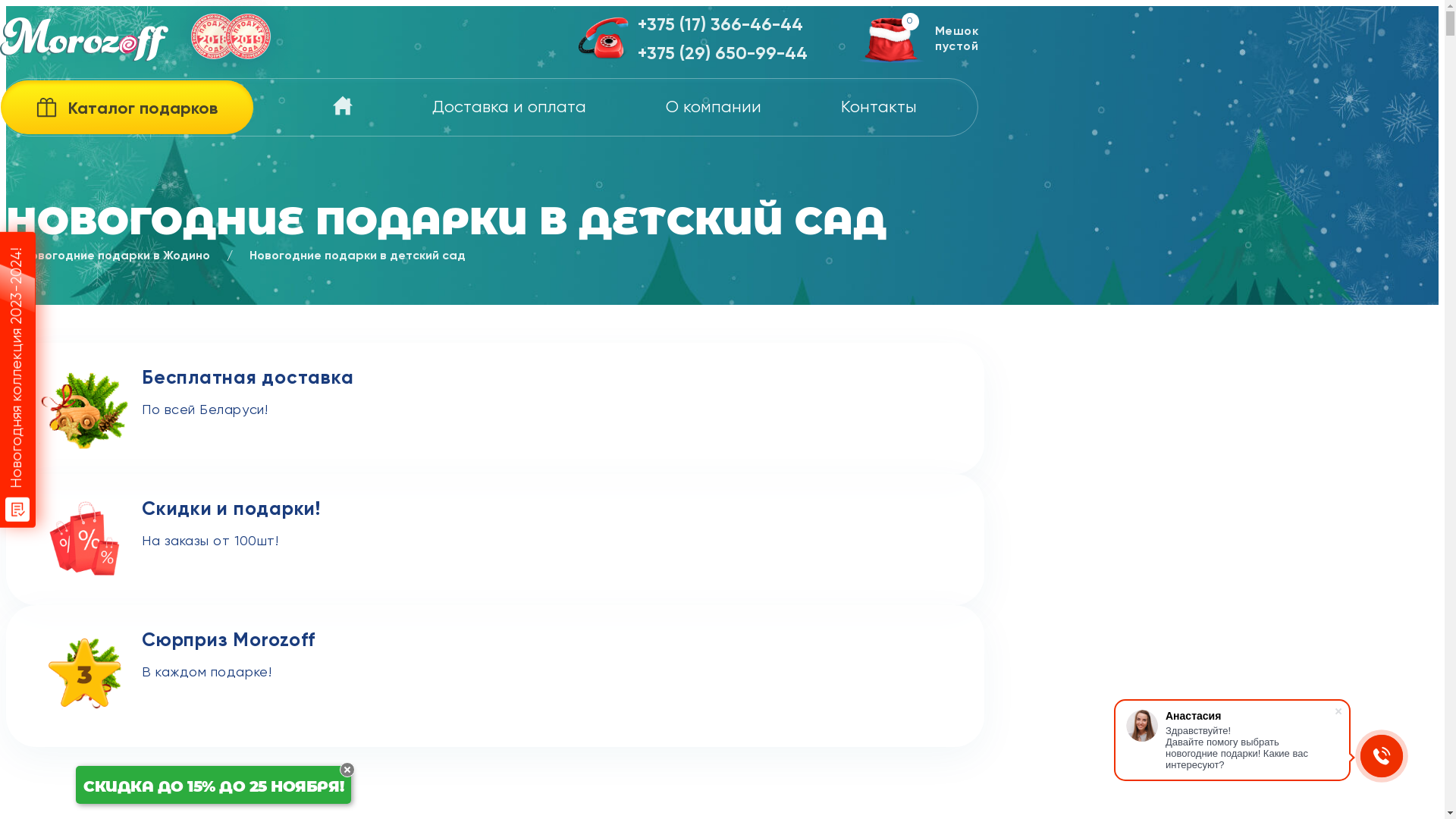  I want to click on '+375 (29) 650-99-44', so click(722, 53).